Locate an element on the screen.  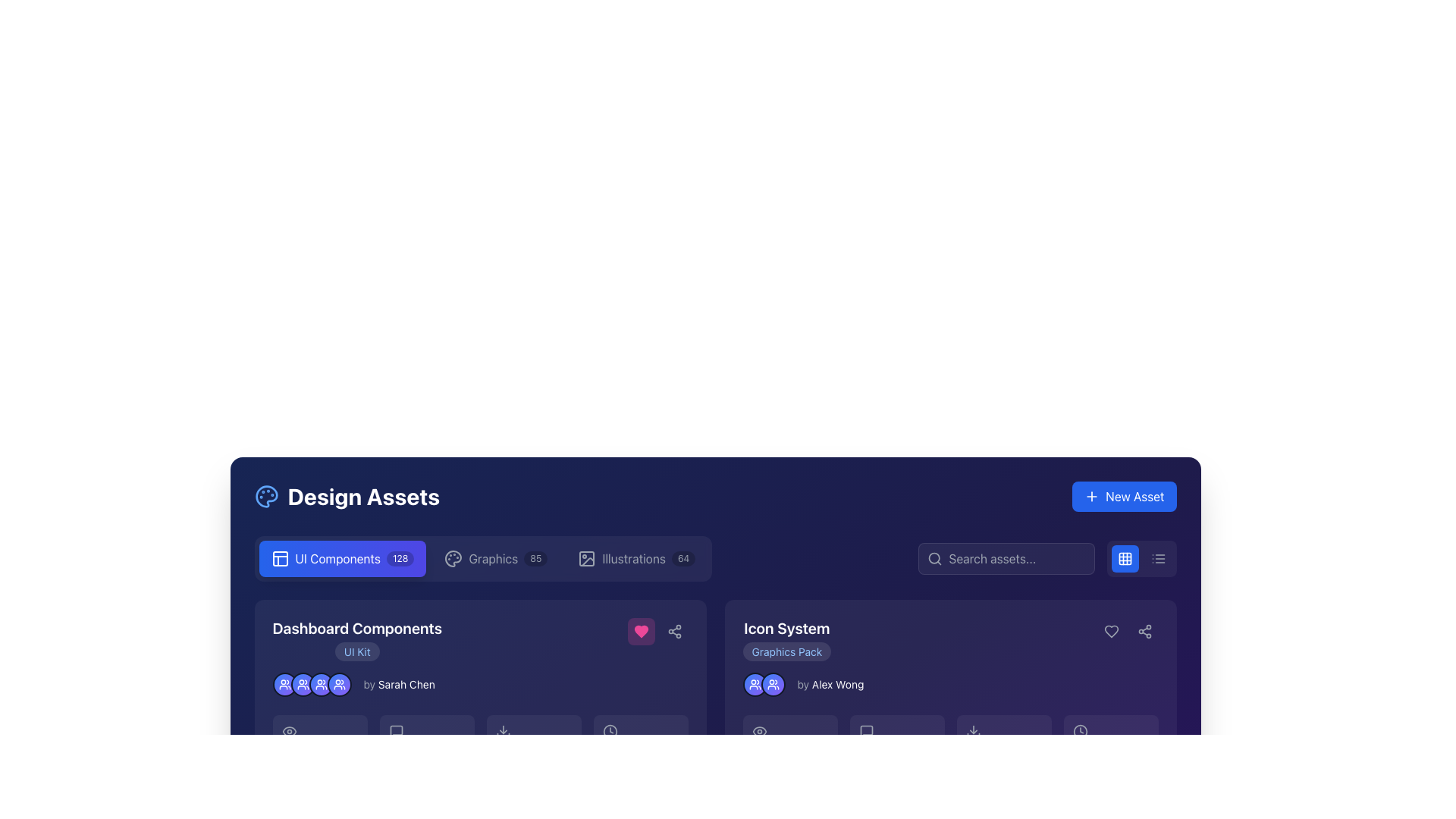
the share button is located at coordinates (673, 632).